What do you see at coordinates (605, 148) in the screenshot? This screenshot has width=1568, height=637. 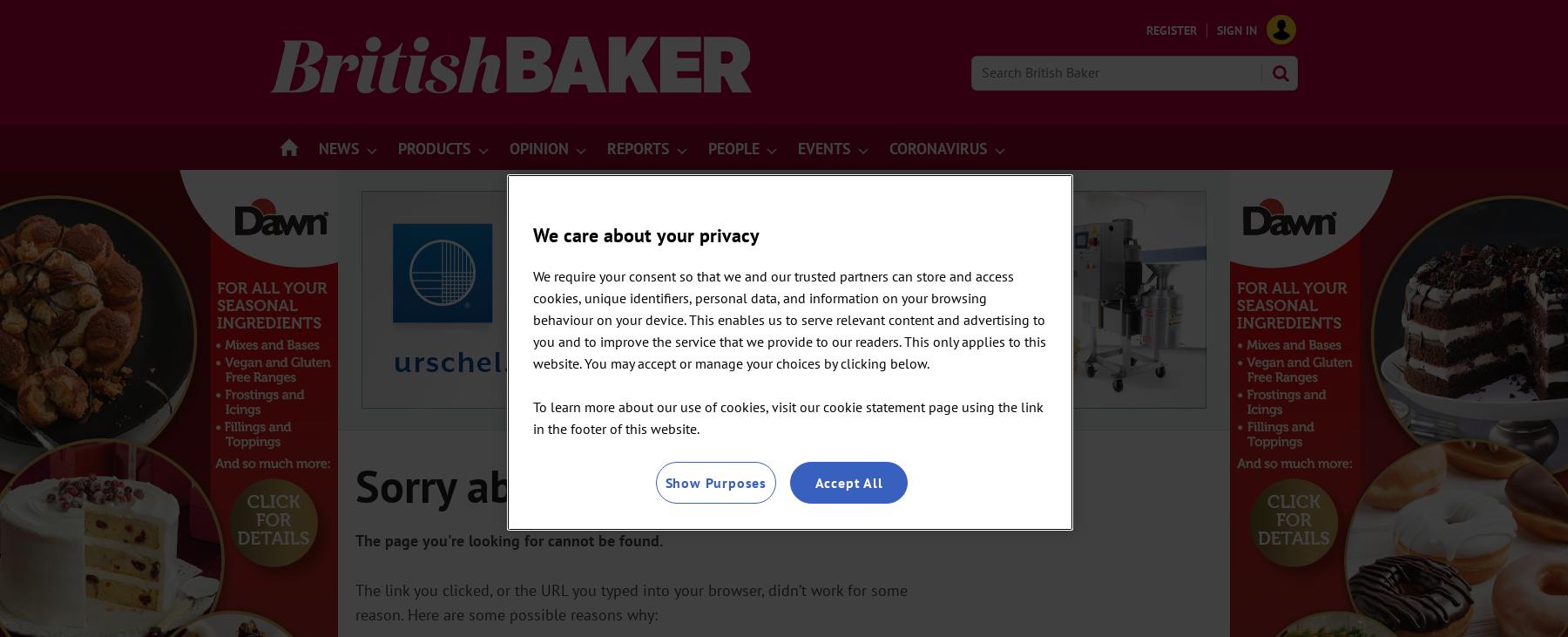 I see `'Reports'` at bounding box center [605, 148].